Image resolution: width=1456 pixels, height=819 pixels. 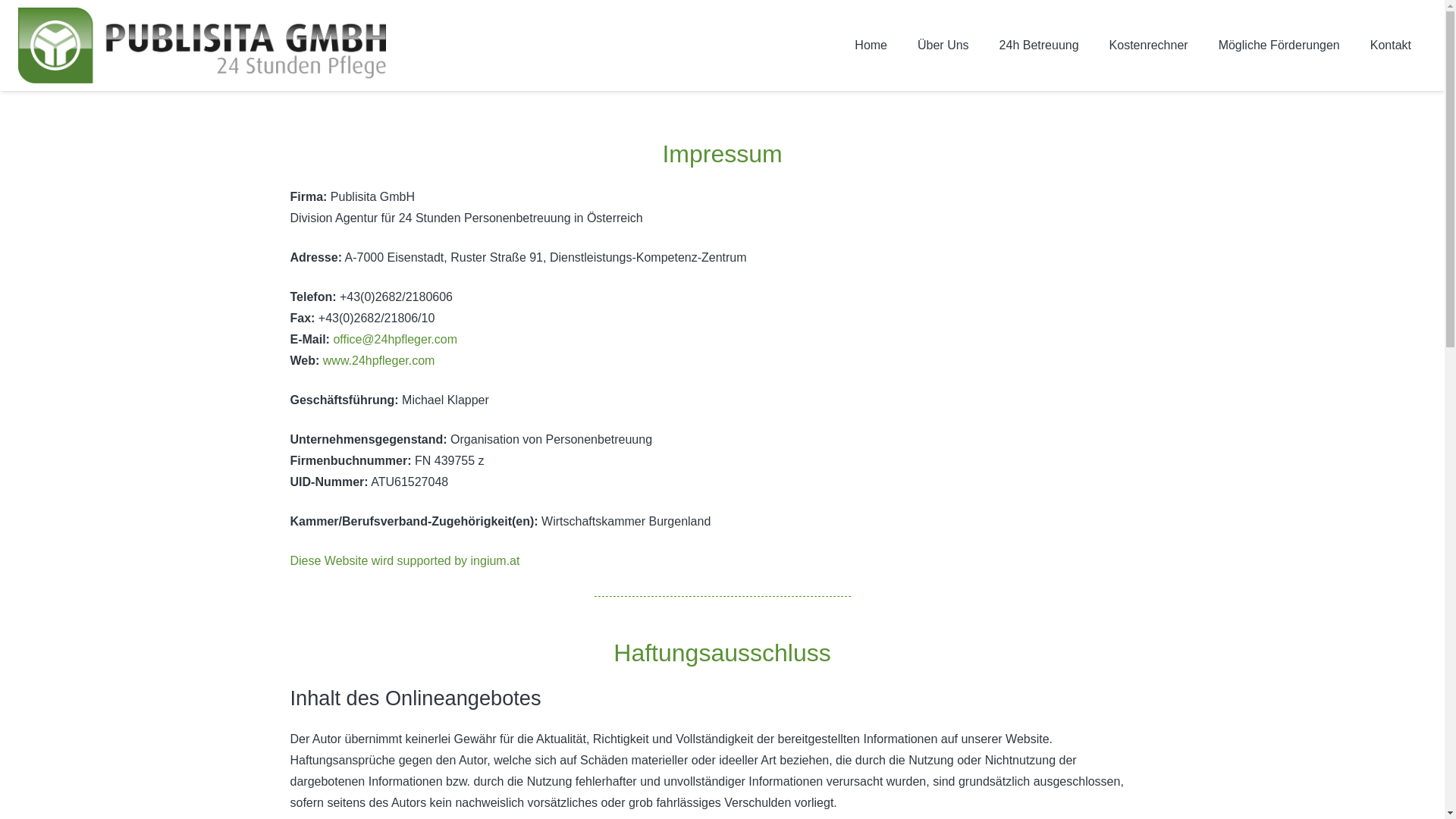 I want to click on 'Kontakt', so click(x=1390, y=45).